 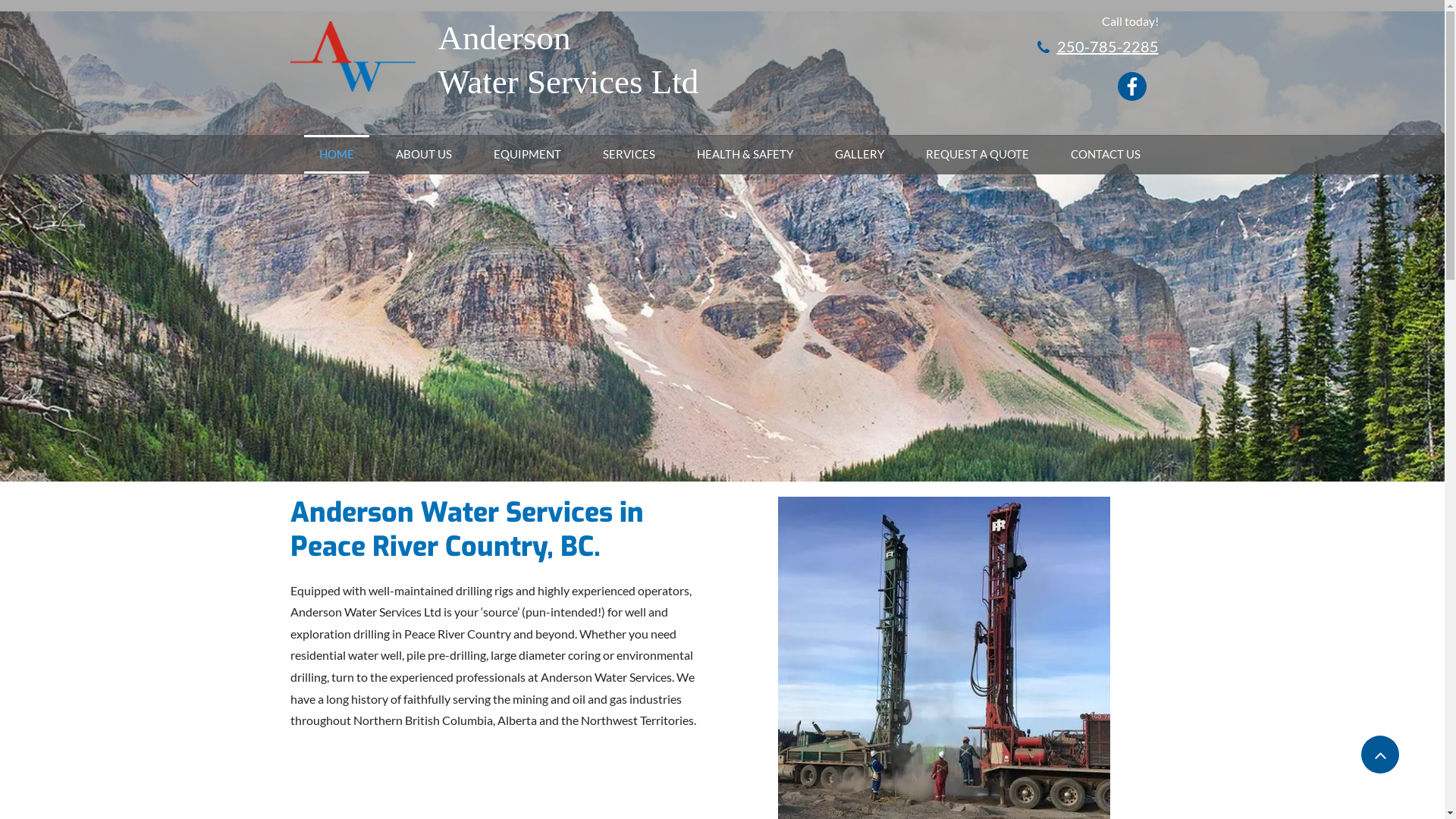 What do you see at coordinates (858, 155) in the screenshot?
I see `'GALLERY'` at bounding box center [858, 155].